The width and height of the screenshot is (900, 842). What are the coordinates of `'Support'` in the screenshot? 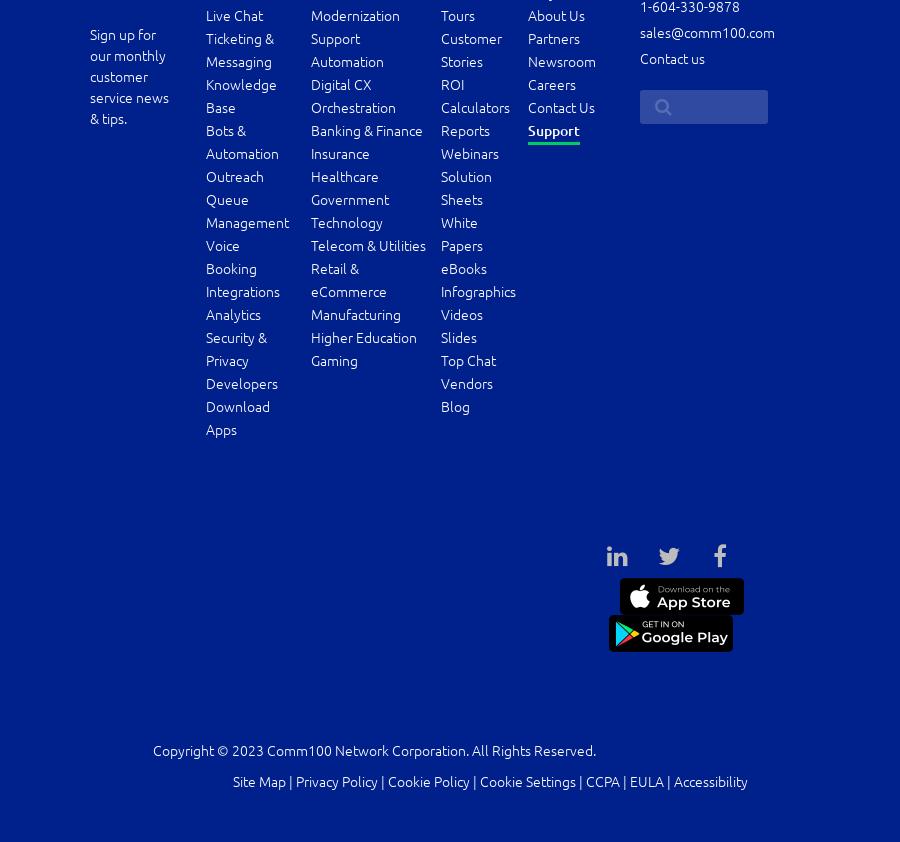 It's located at (527, 128).